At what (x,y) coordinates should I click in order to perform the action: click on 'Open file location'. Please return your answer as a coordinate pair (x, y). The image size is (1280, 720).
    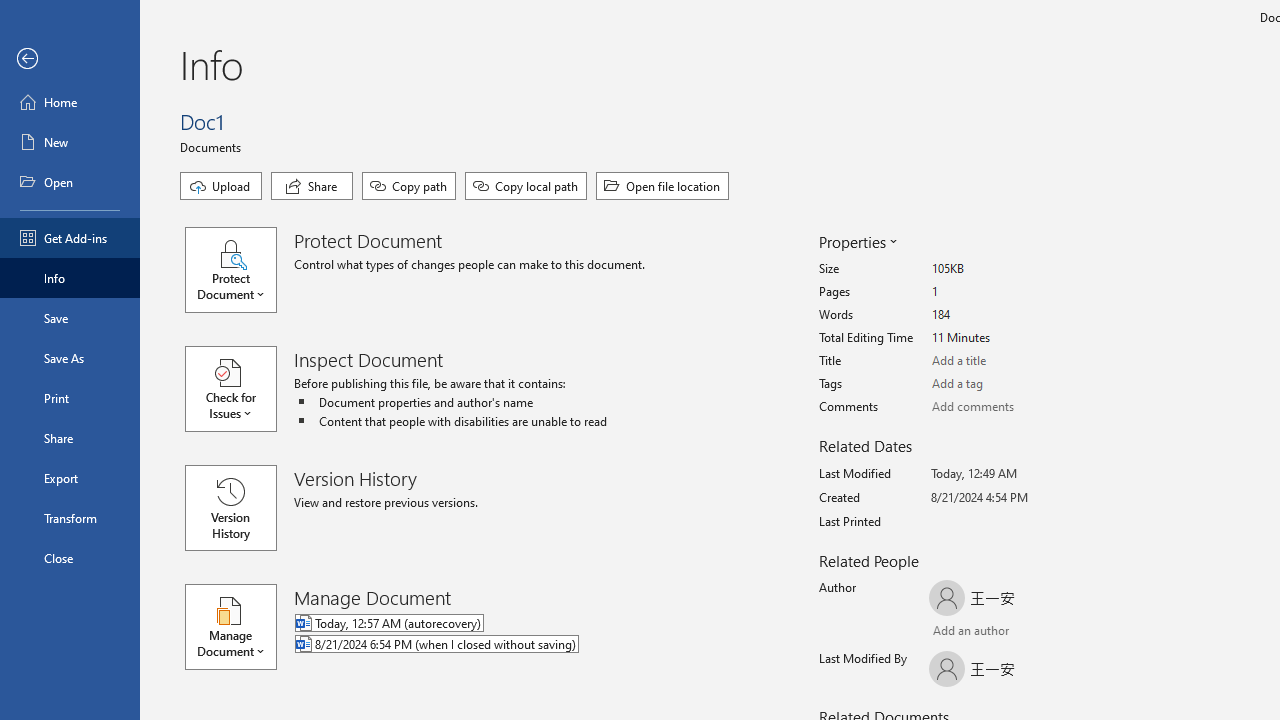
    Looking at the image, I should click on (663, 186).